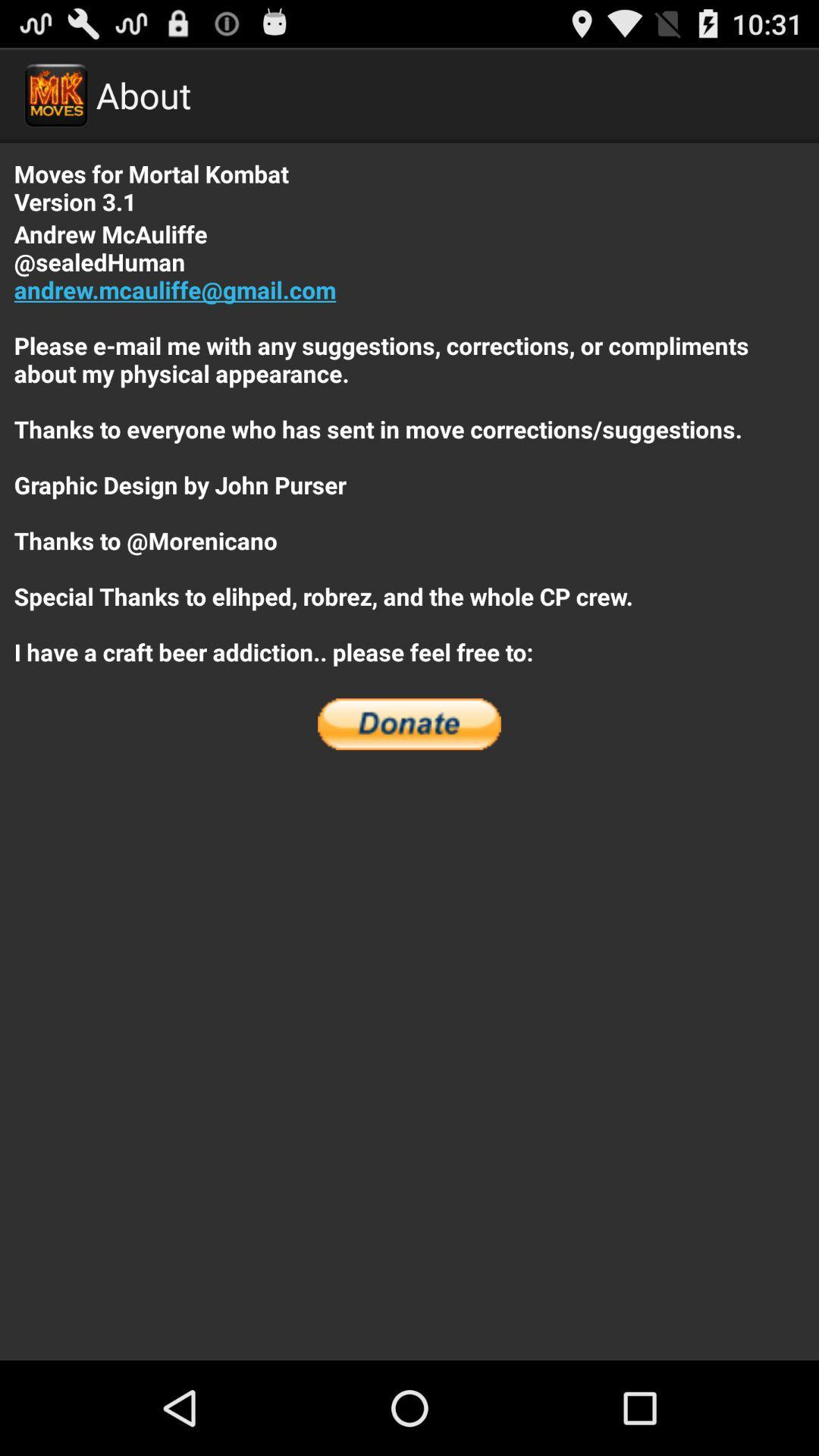 The height and width of the screenshot is (1456, 819). What do you see at coordinates (409, 442) in the screenshot?
I see `the app at the top` at bounding box center [409, 442].